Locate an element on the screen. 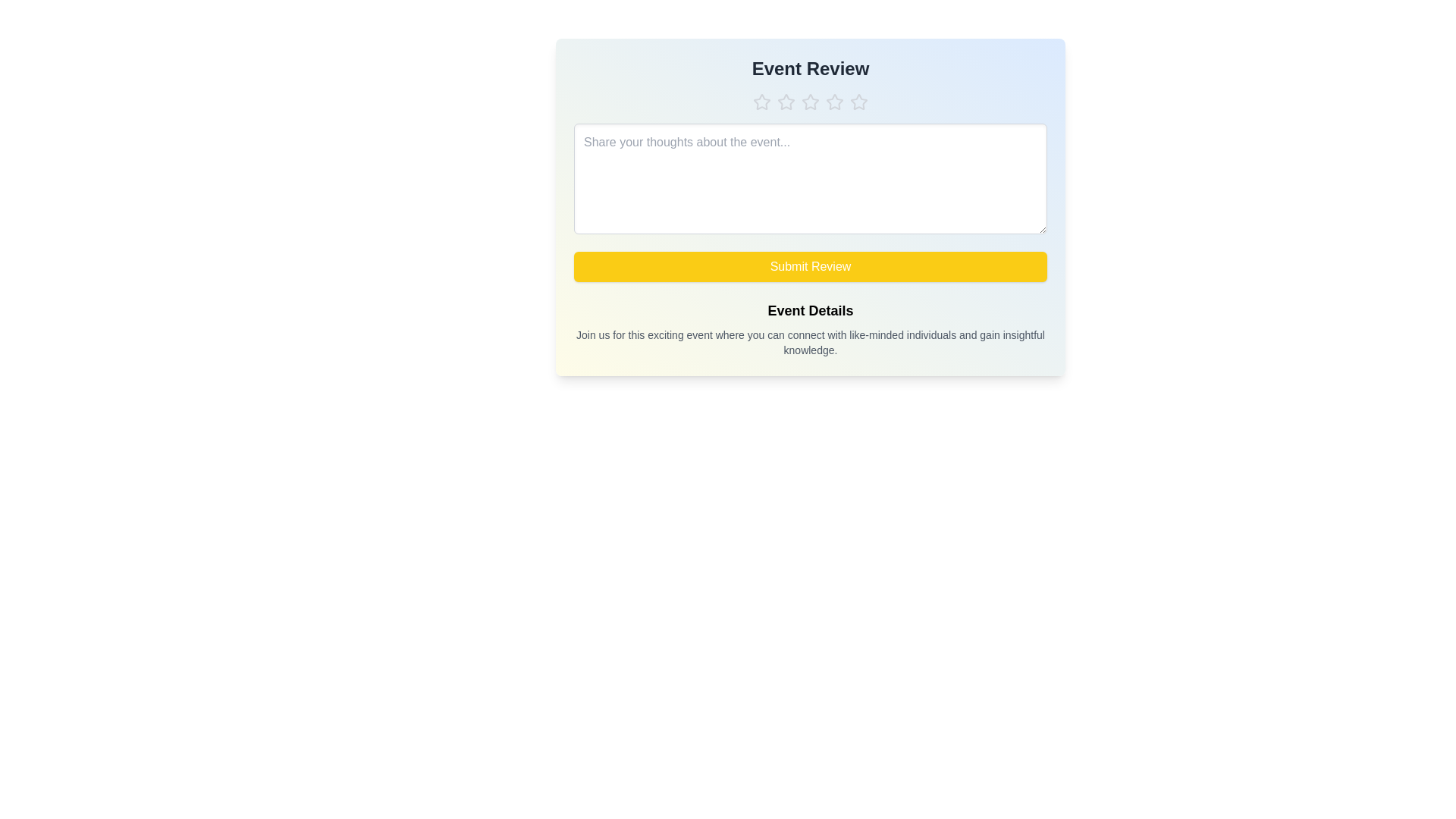  the star corresponding to 4 to set the rating is located at coordinates (833, 102).